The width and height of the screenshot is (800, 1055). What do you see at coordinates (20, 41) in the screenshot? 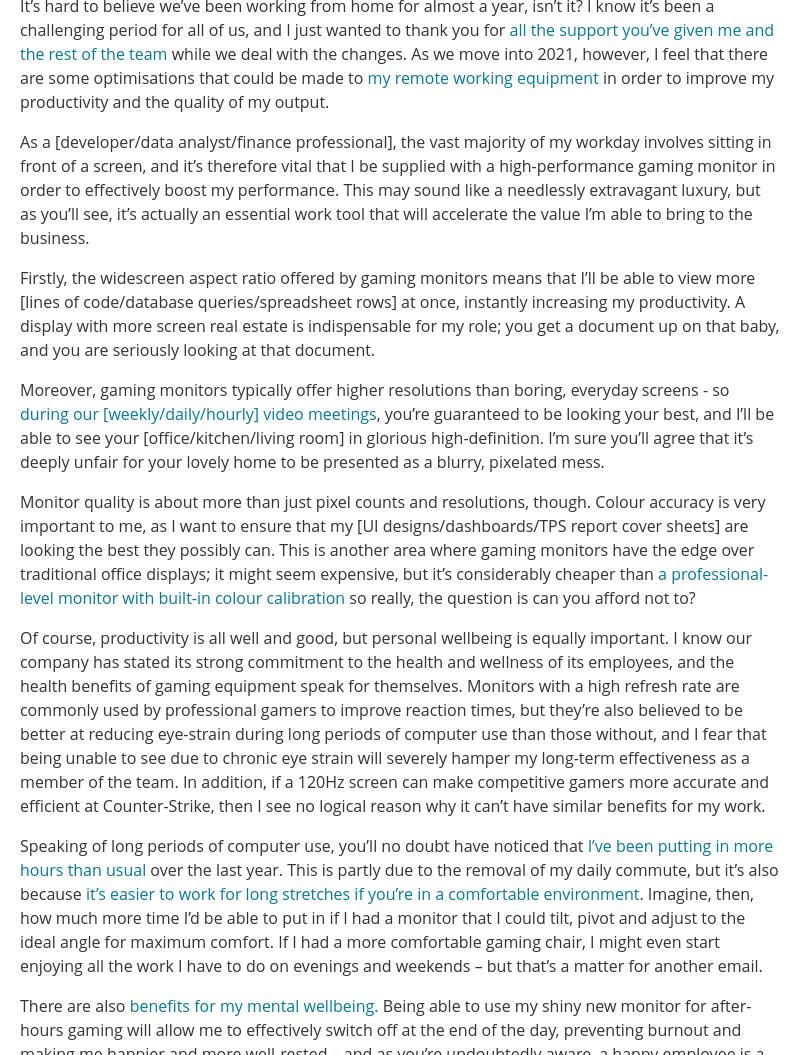
I see `'all the support you’ve given me and the rest of the team'` at bounding box center [20, 41].